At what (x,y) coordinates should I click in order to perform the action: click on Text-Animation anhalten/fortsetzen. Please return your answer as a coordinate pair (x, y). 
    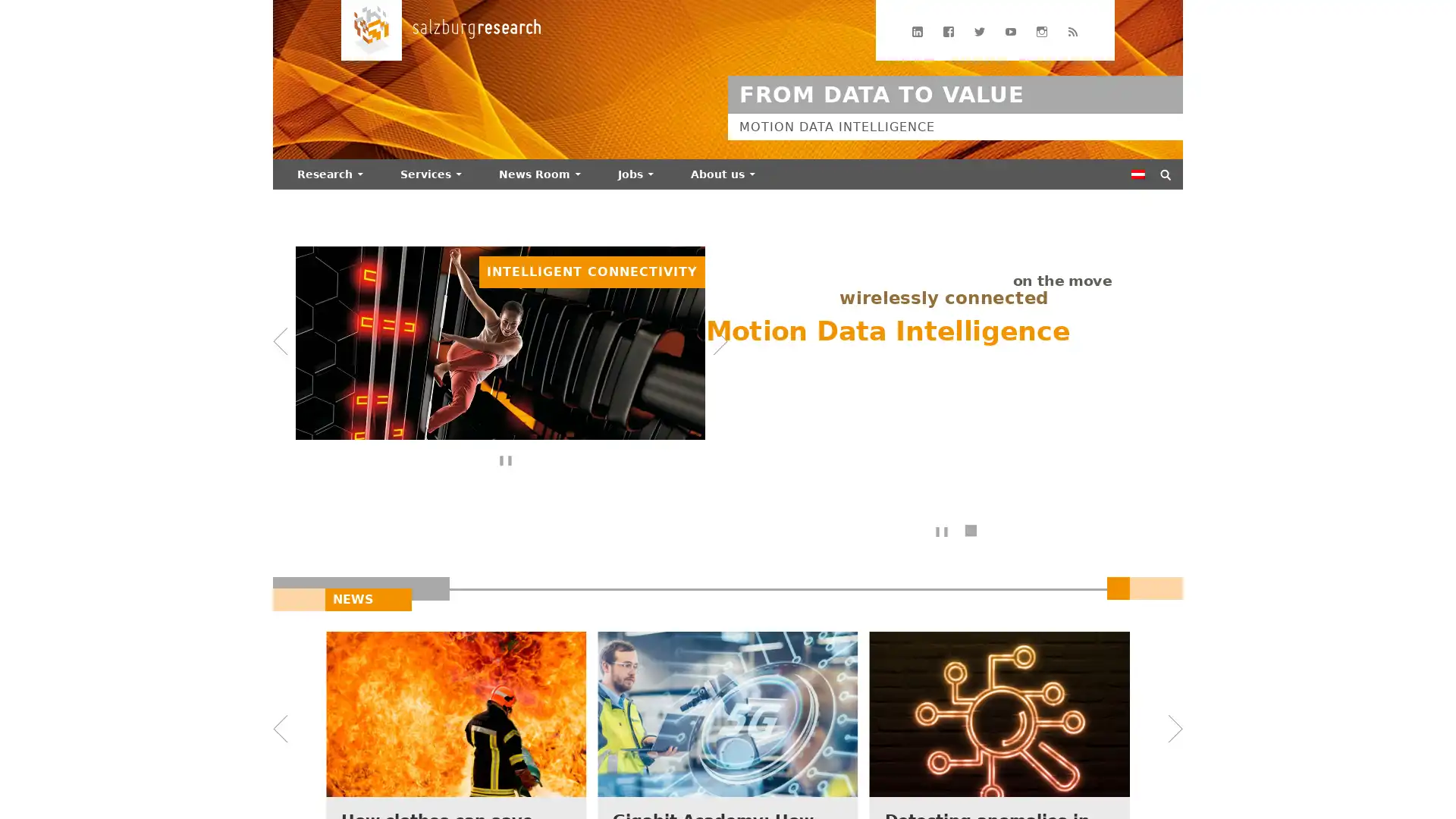
    Looking at the image, I should click on (940, 529).